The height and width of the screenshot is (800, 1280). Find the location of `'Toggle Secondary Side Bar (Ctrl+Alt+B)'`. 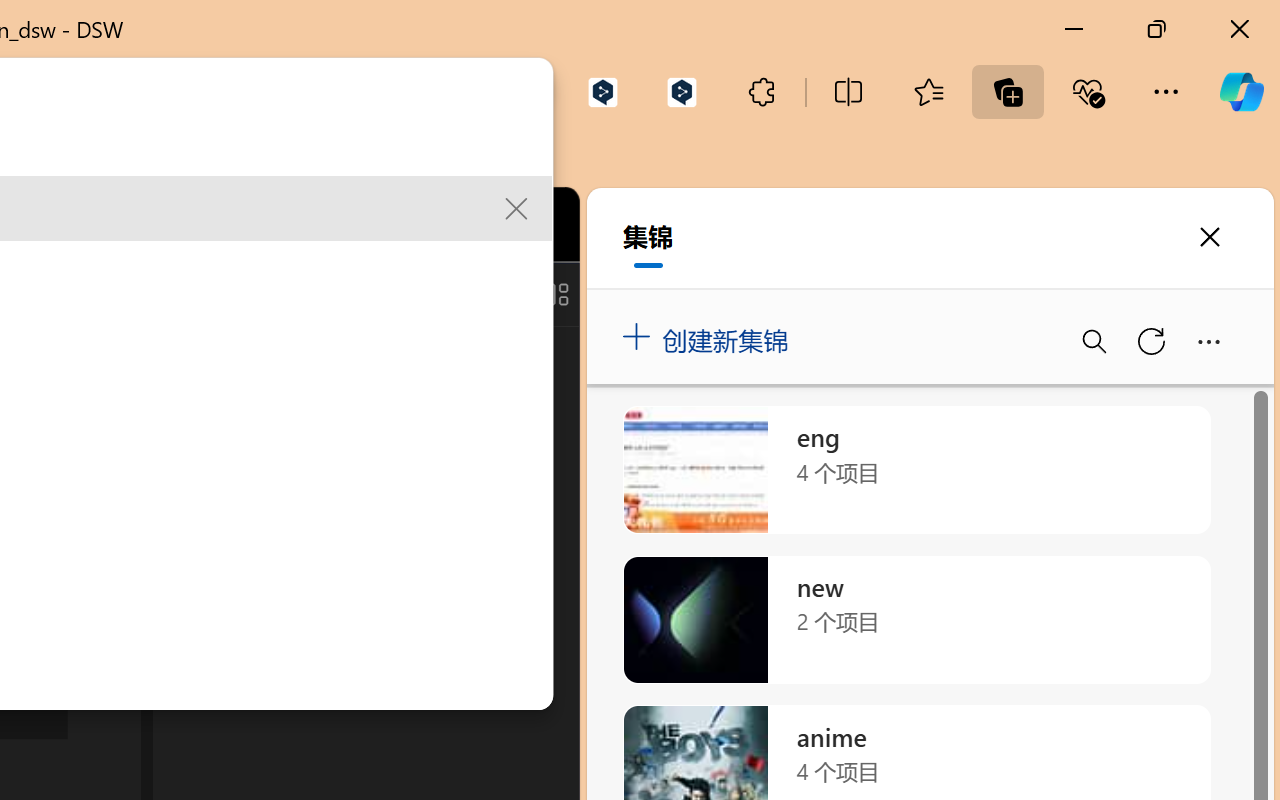

'Toggle Secondary Side Bar (Ctrl+Alt+B)' is located at coordinates (506, 294).